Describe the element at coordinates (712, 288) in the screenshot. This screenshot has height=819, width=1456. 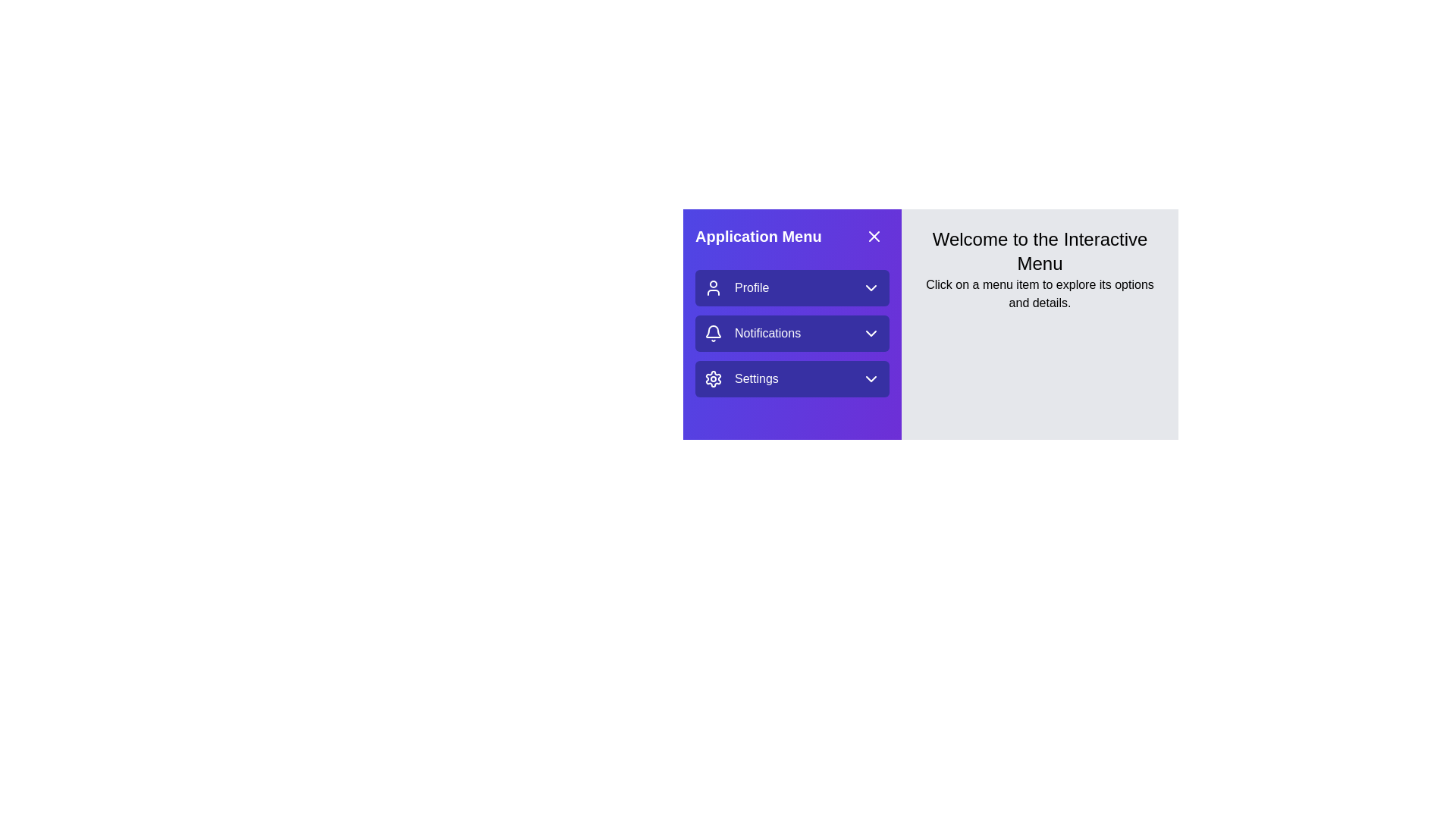
I see `the user profile silhouette SVG icon located to the left of the 'Profile' label in the Application Menu panel to identify the menu option` at that location.